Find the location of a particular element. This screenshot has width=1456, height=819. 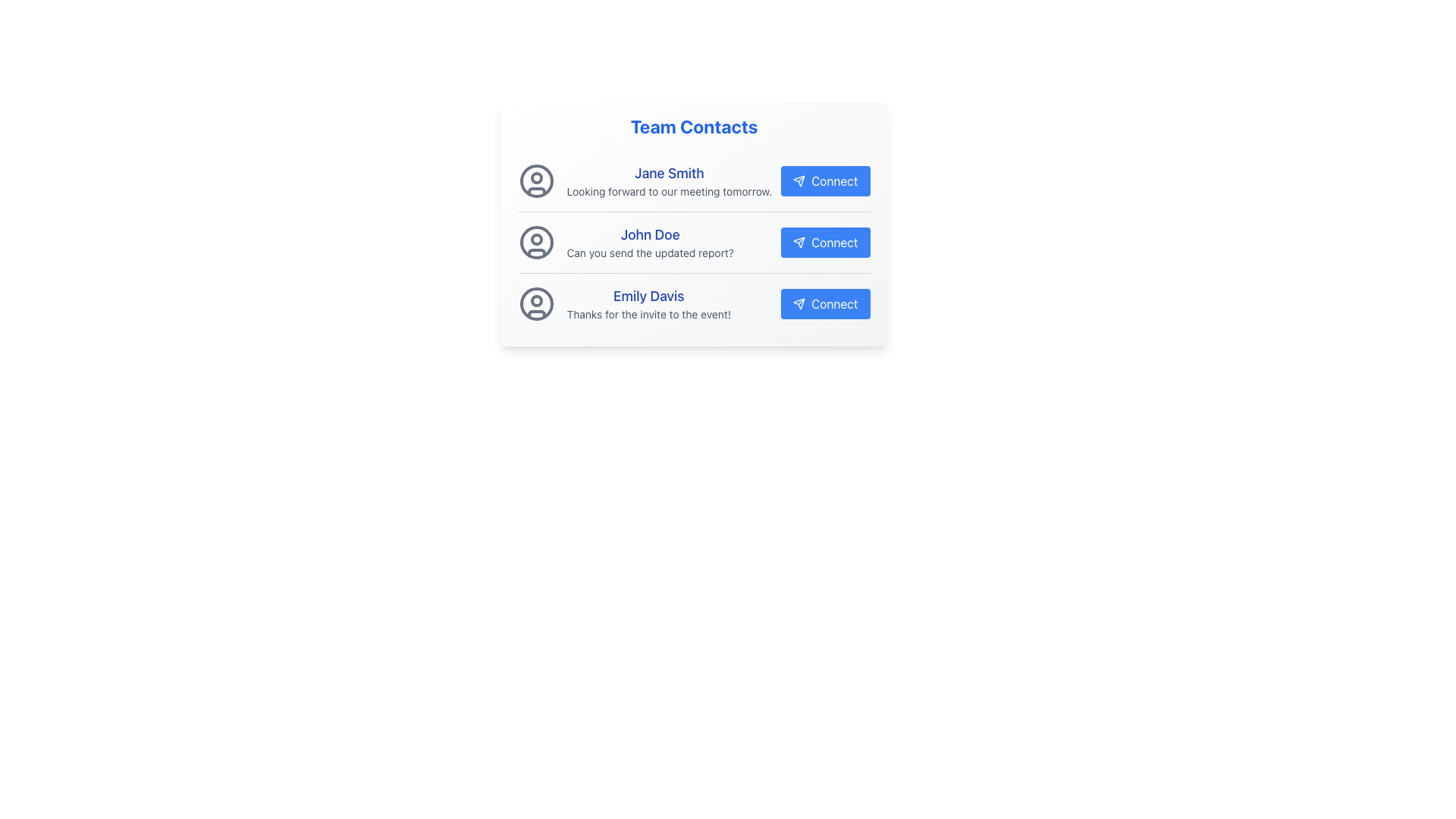

the user silhouette icon in the second row of the 'Team Contacts' list, positioned to the left of 'John Doe' is located at coordinates (536, 242).